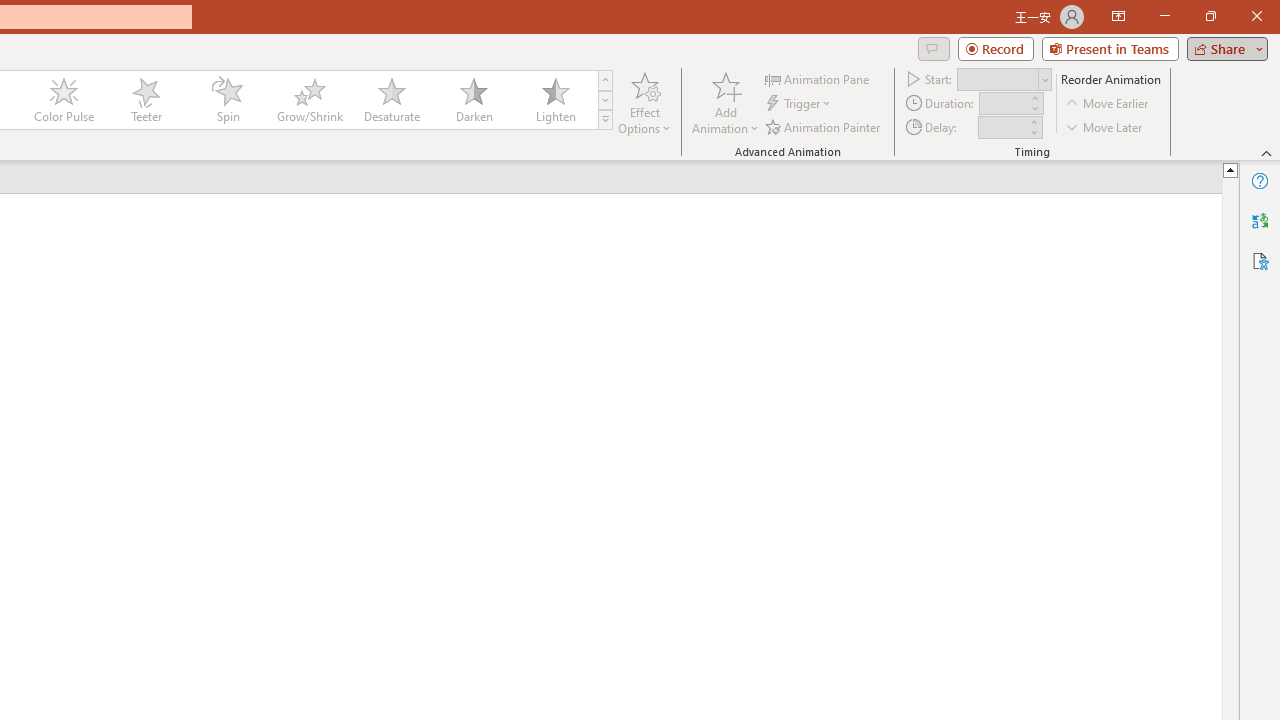  What do you see at coordinates (1104, 127) in the screenshot?
I see `'Move Later'` at bounding box center [1104, 127].